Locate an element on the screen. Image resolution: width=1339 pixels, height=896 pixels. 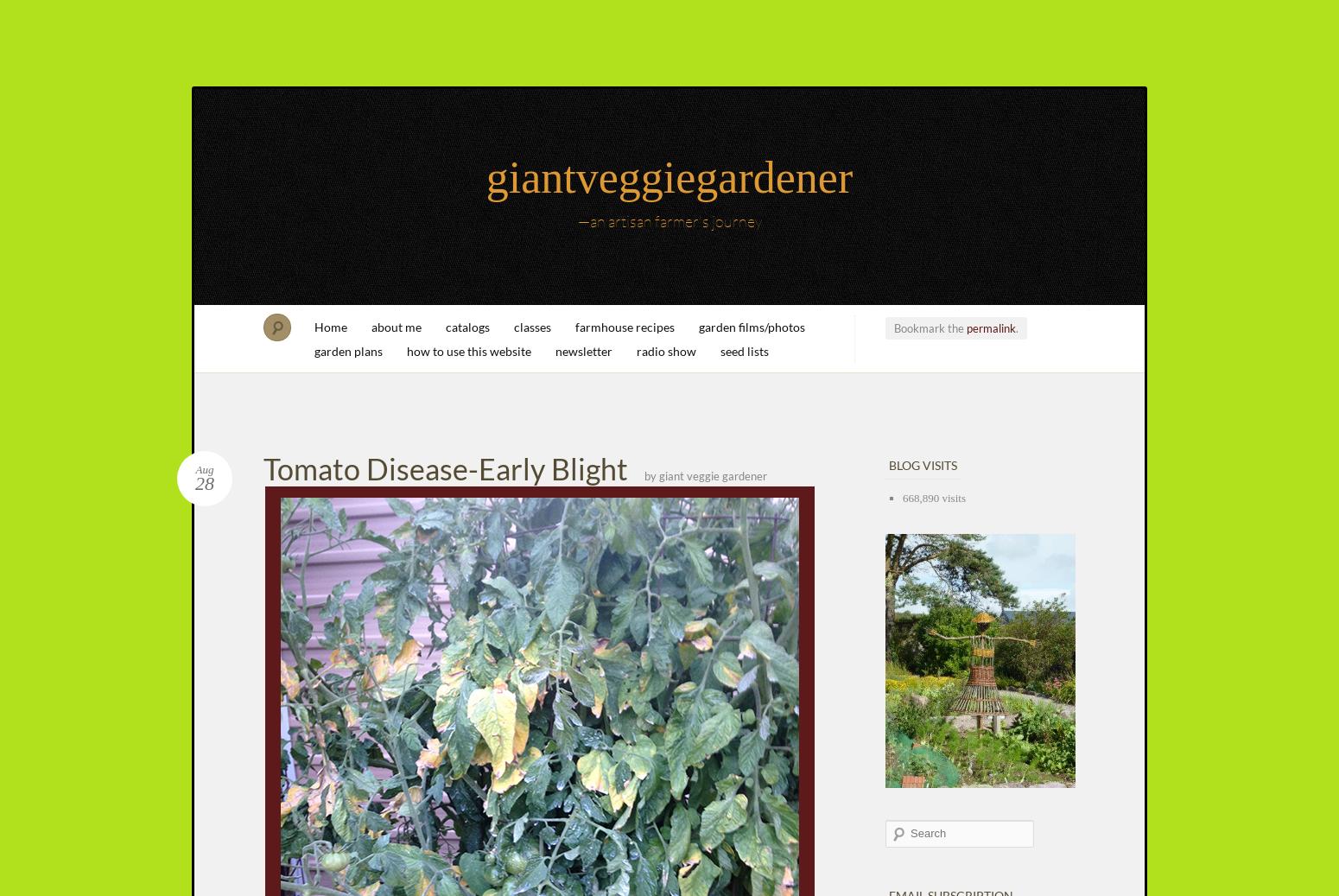
'garden films/photos' is located at coordinates (752, 326).